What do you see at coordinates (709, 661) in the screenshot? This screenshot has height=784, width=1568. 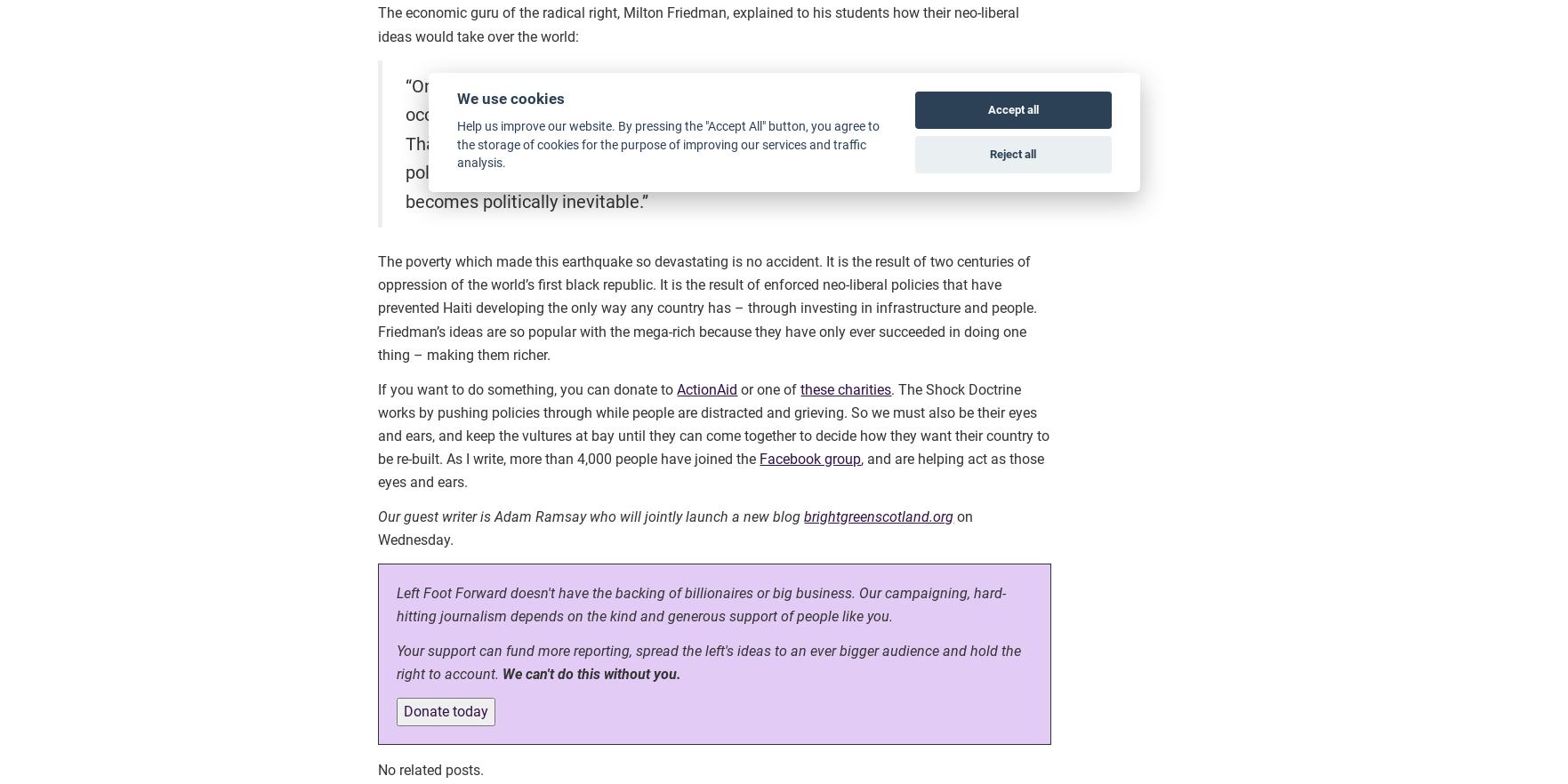 I see `'Your support can fund more reporting, spread the left's ideas to an ever bigger audience and hold the right to account.'` at bounding box center [709, 661].